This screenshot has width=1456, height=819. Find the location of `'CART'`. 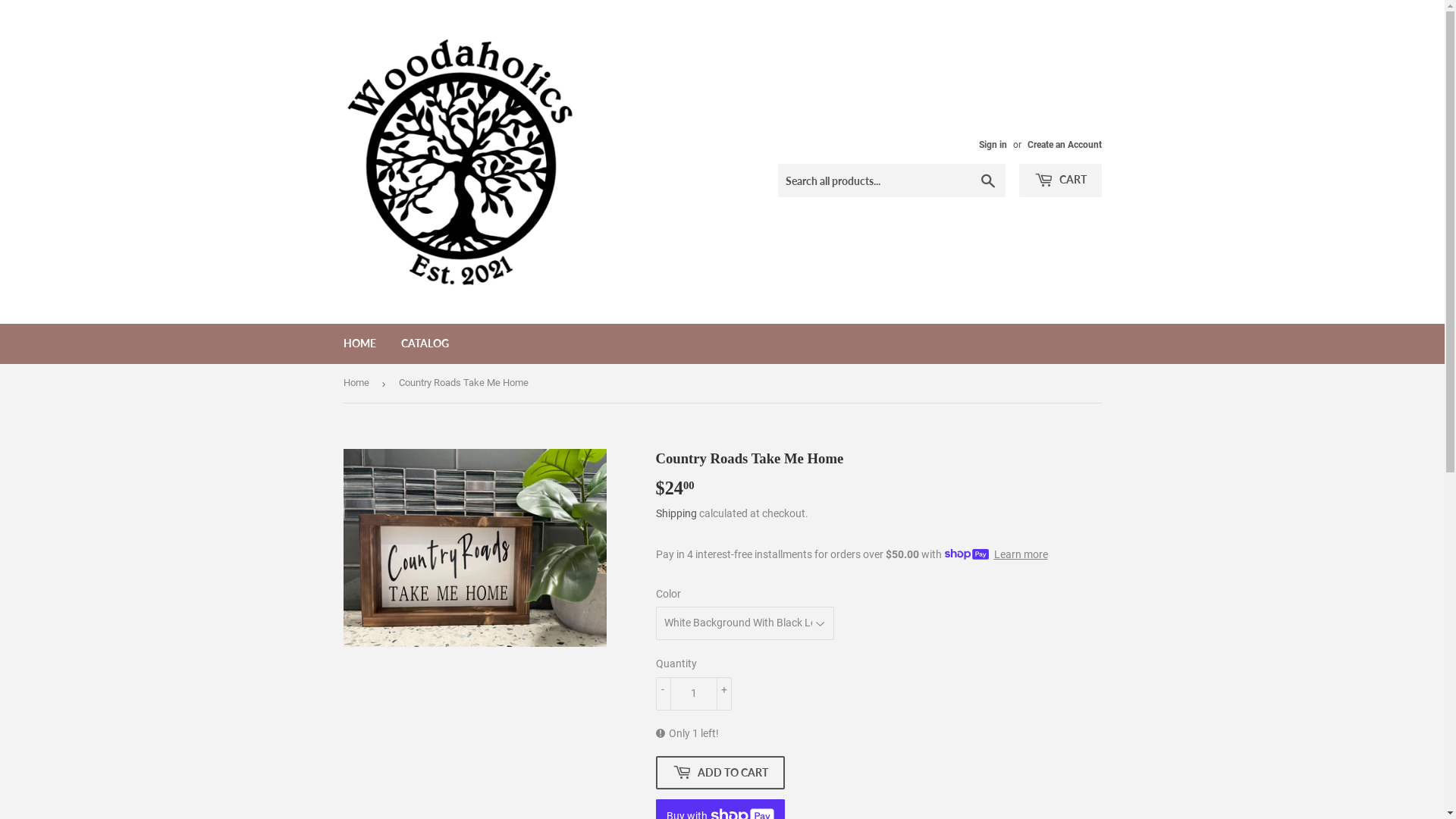

'CART' is located at coordinates (1059, 180).